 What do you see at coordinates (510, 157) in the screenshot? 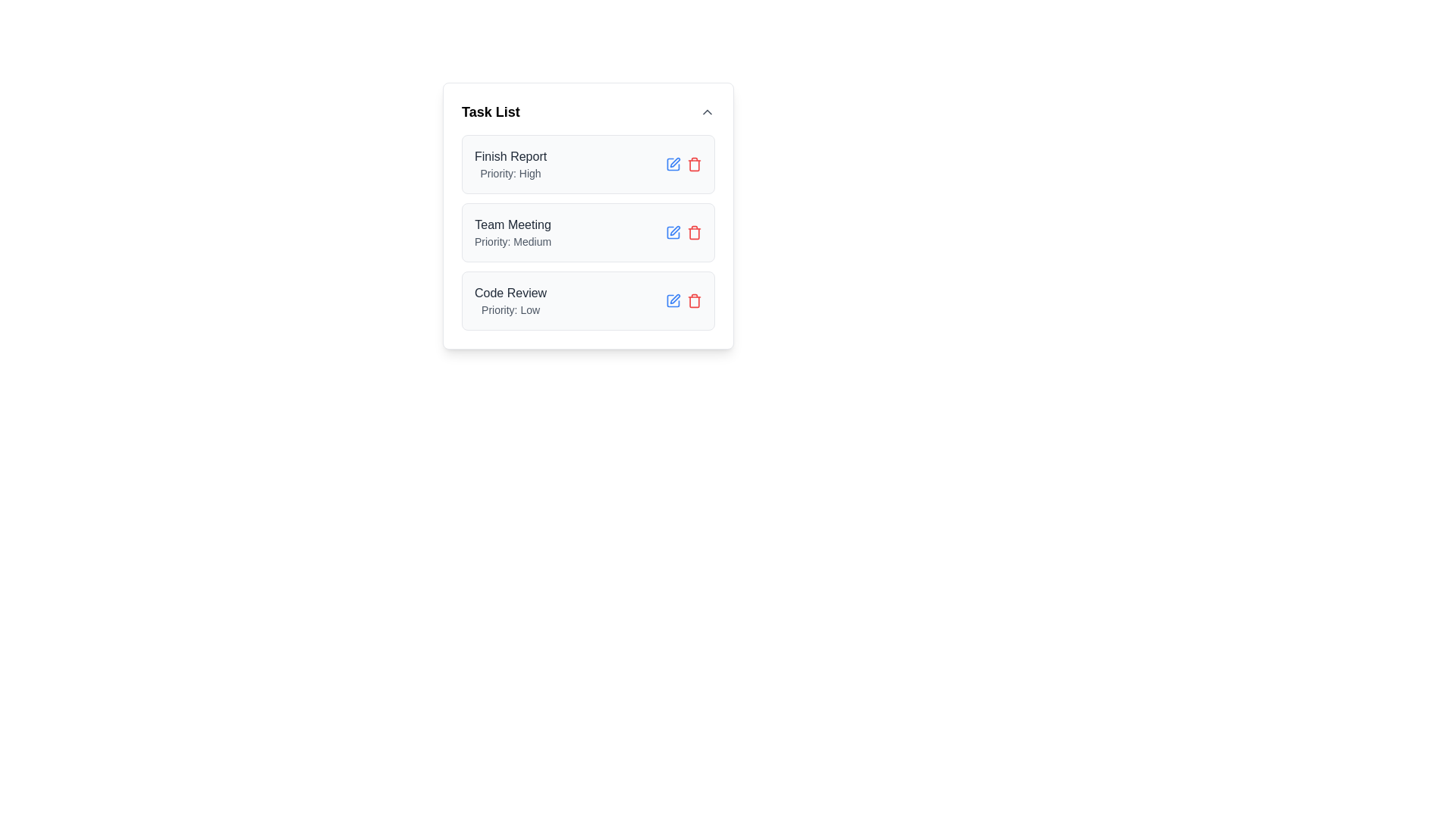
I see `the 'Finish Report' text label, which is the topmost task in the task list layout, displayed in gray-800 font color and medium weight, located above the 'Priority: High' line` at bounding box center [510, 157].